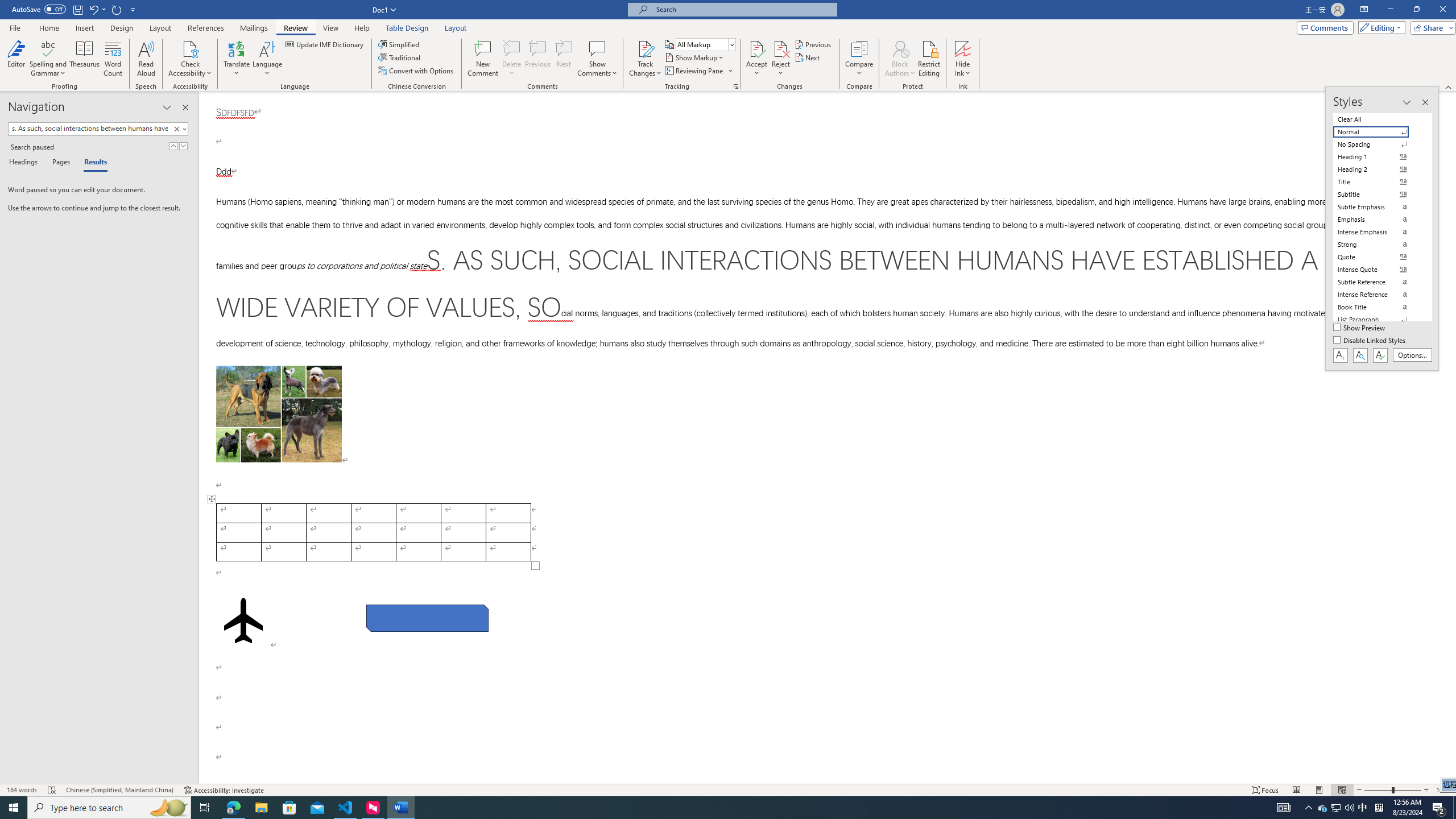 Image resolution: width=1456 pixels, height=819 pixels. What do you see at coordinates (756, 48) in the screenshot?
I see `'Accept and Move to Next'` at bounding box center [756, 48].